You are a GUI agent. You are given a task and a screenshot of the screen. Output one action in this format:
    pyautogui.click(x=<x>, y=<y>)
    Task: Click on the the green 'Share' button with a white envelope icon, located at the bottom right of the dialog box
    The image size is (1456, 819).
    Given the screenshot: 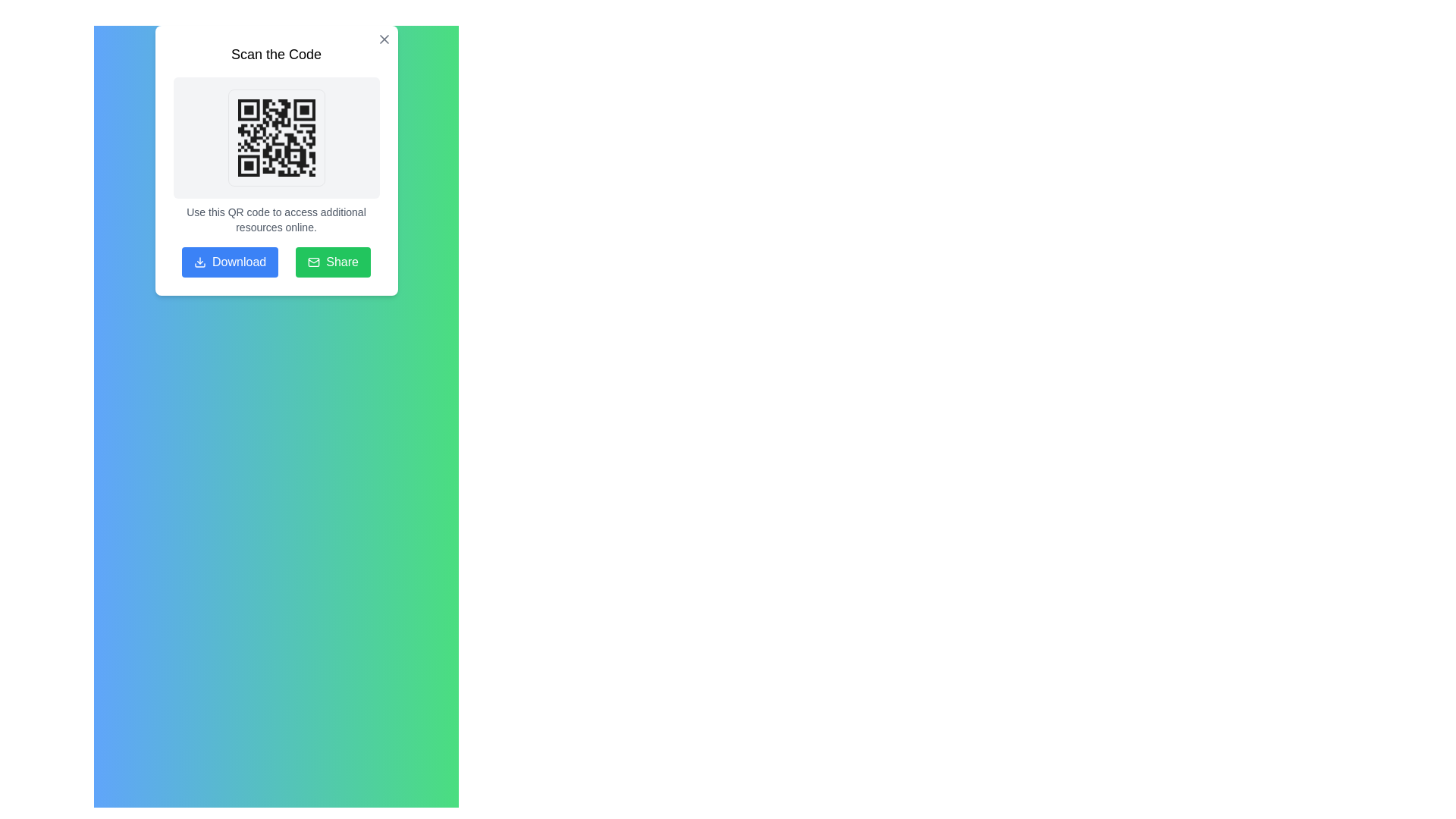 What is the action you would take?
    pyautogui.click(x=332, y=262)
    